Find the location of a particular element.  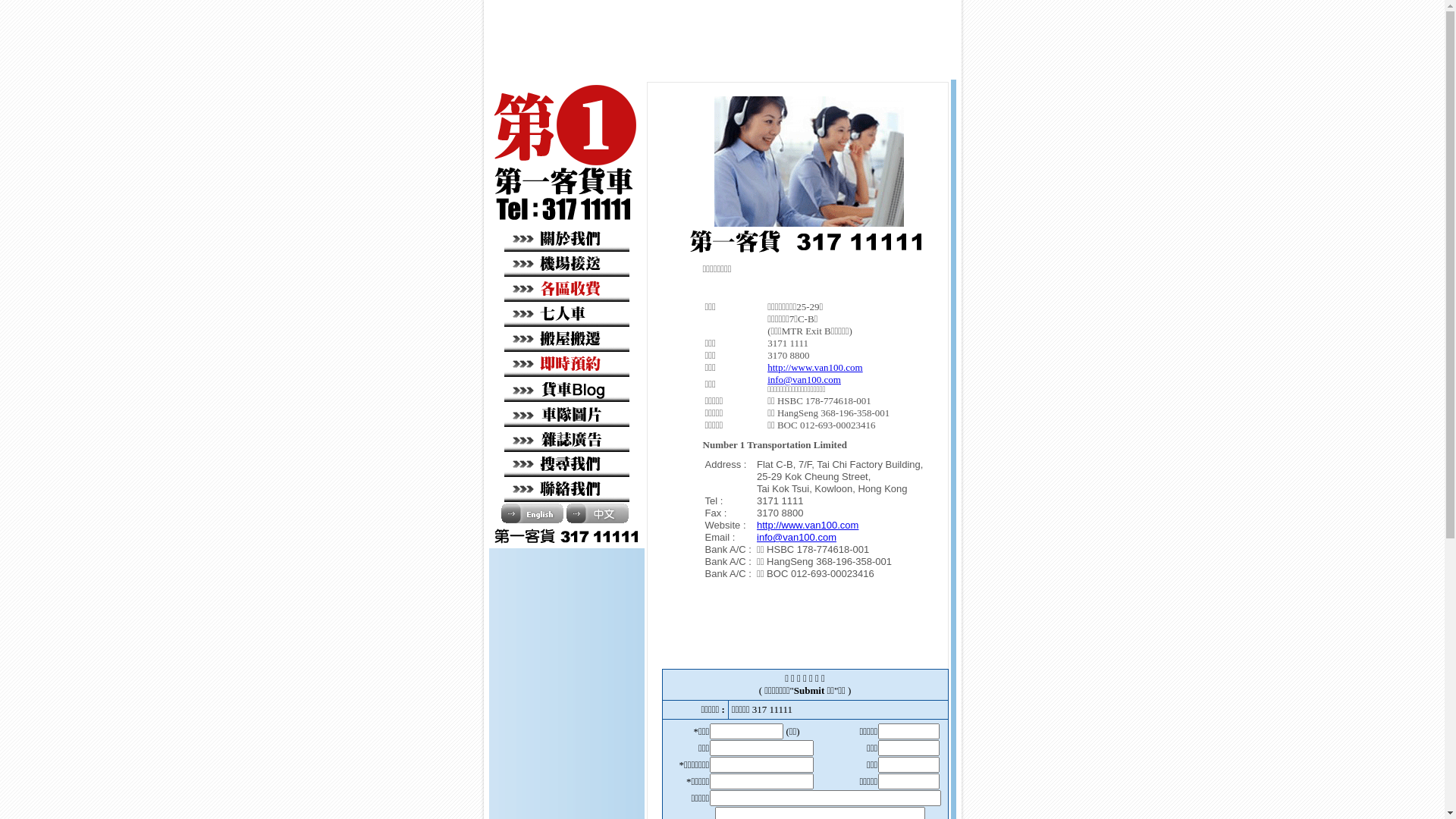

'info@van100.com' is located at coordinates (803, 378).